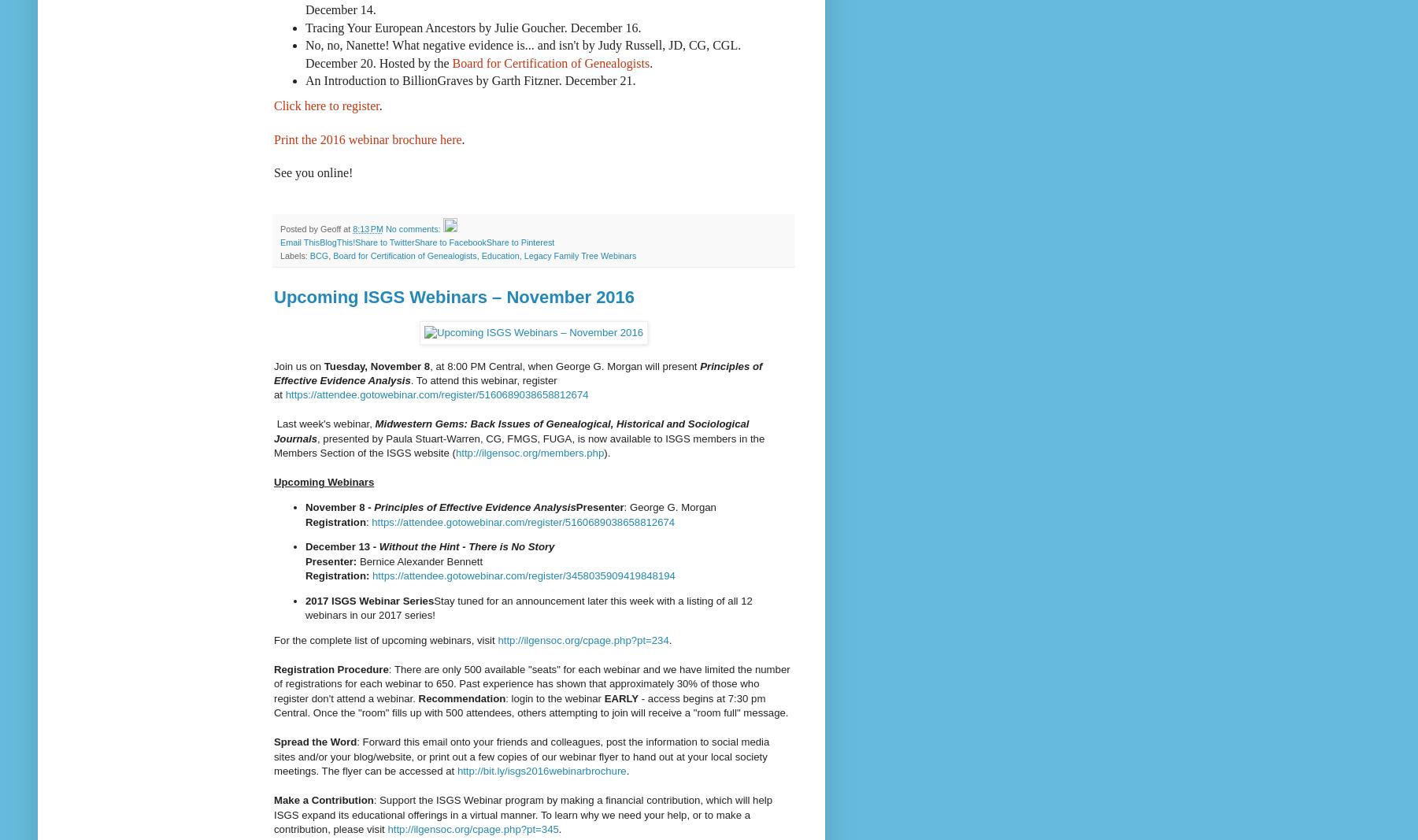 The height and width of the screenshot is (840, 1418). What do you see at coordinates (528, 453) in the screenshot?
I see `'http://ilgensoc.org/members.php'` at bounding box center [528, 453].